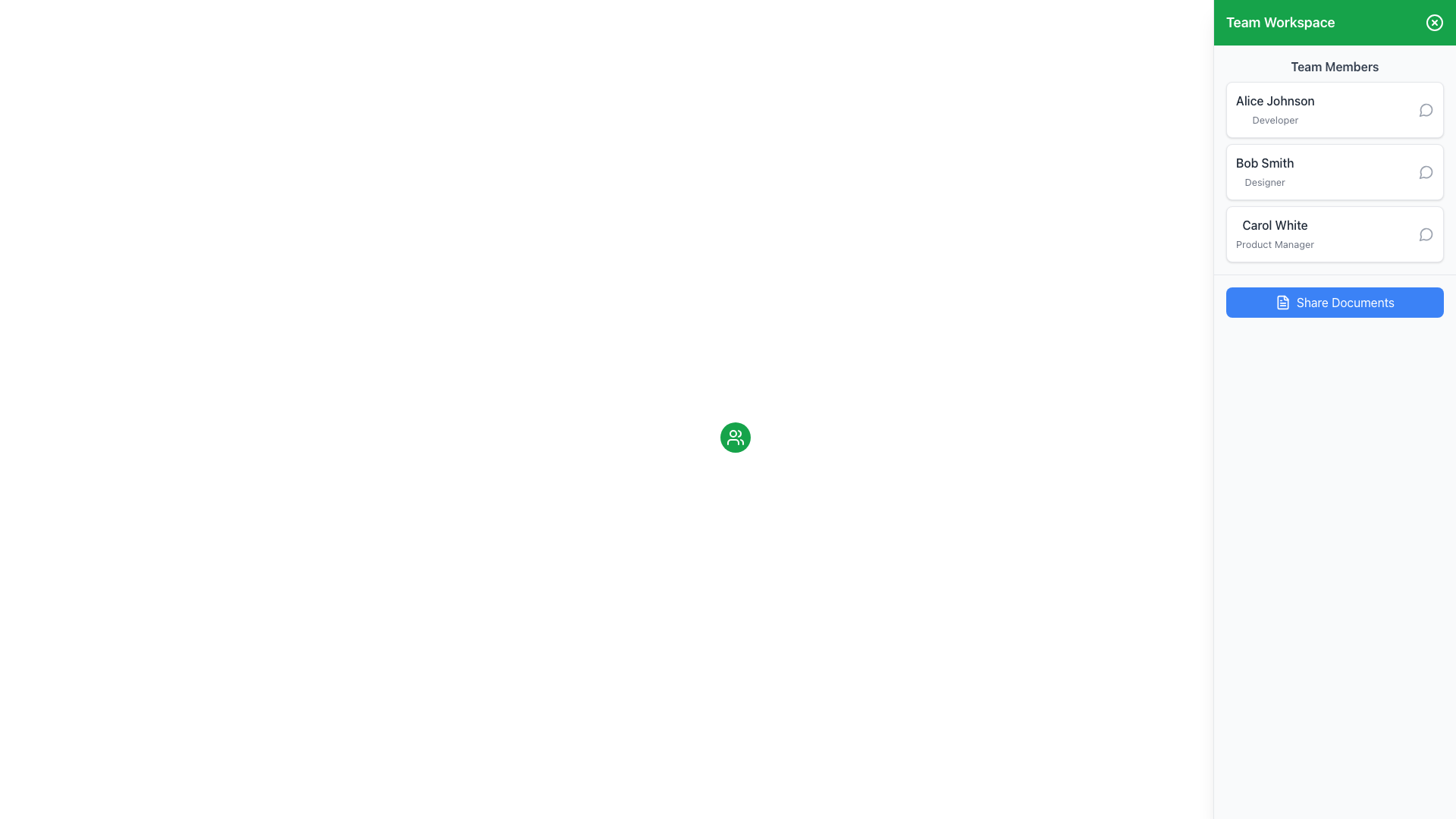 The height and width of the screenshot is (819, 1456). Describe the element at coordinates (1265, 171) in the screenshot. I see `information displayed on the text label identifying the team member, which is the second item in the vertical list of user entries under the 'Team Members' section` at that location.